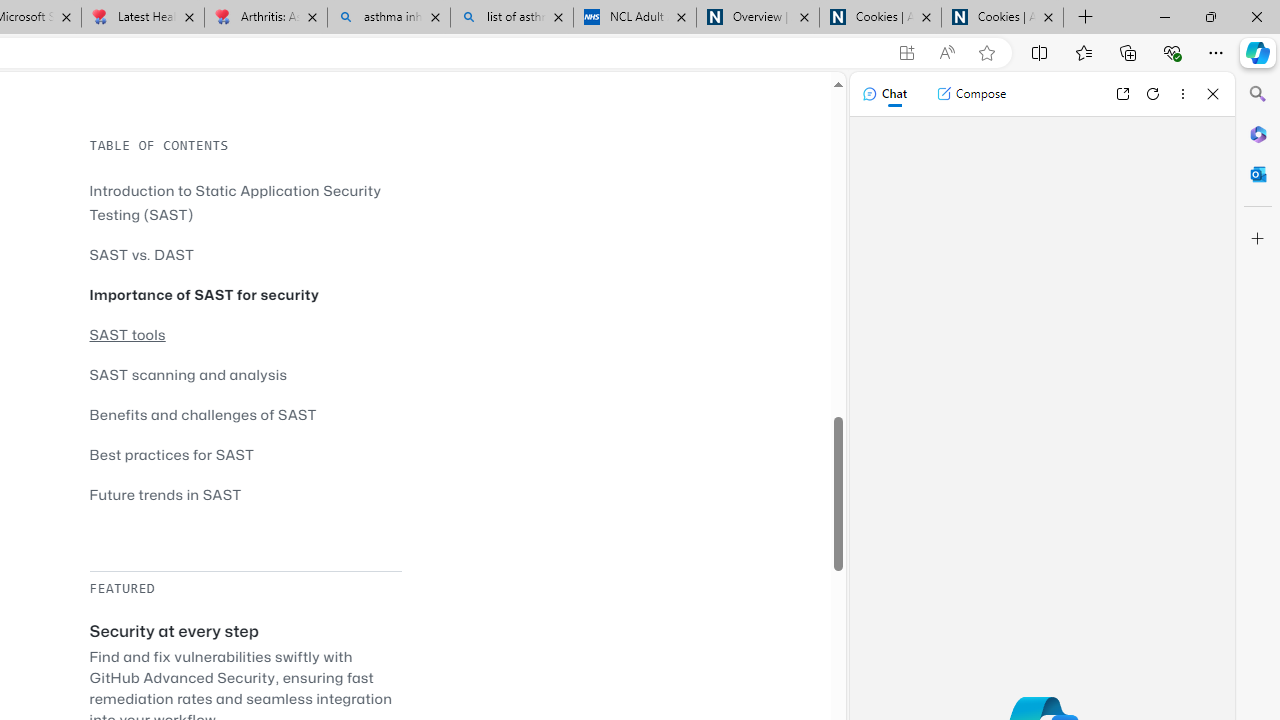 This screenshot has width=1280, height=720. What do you see at coordinates (172, 454) in the screenshot?
I see `'Best practices for SAST'` at bounding box center [172, 454].